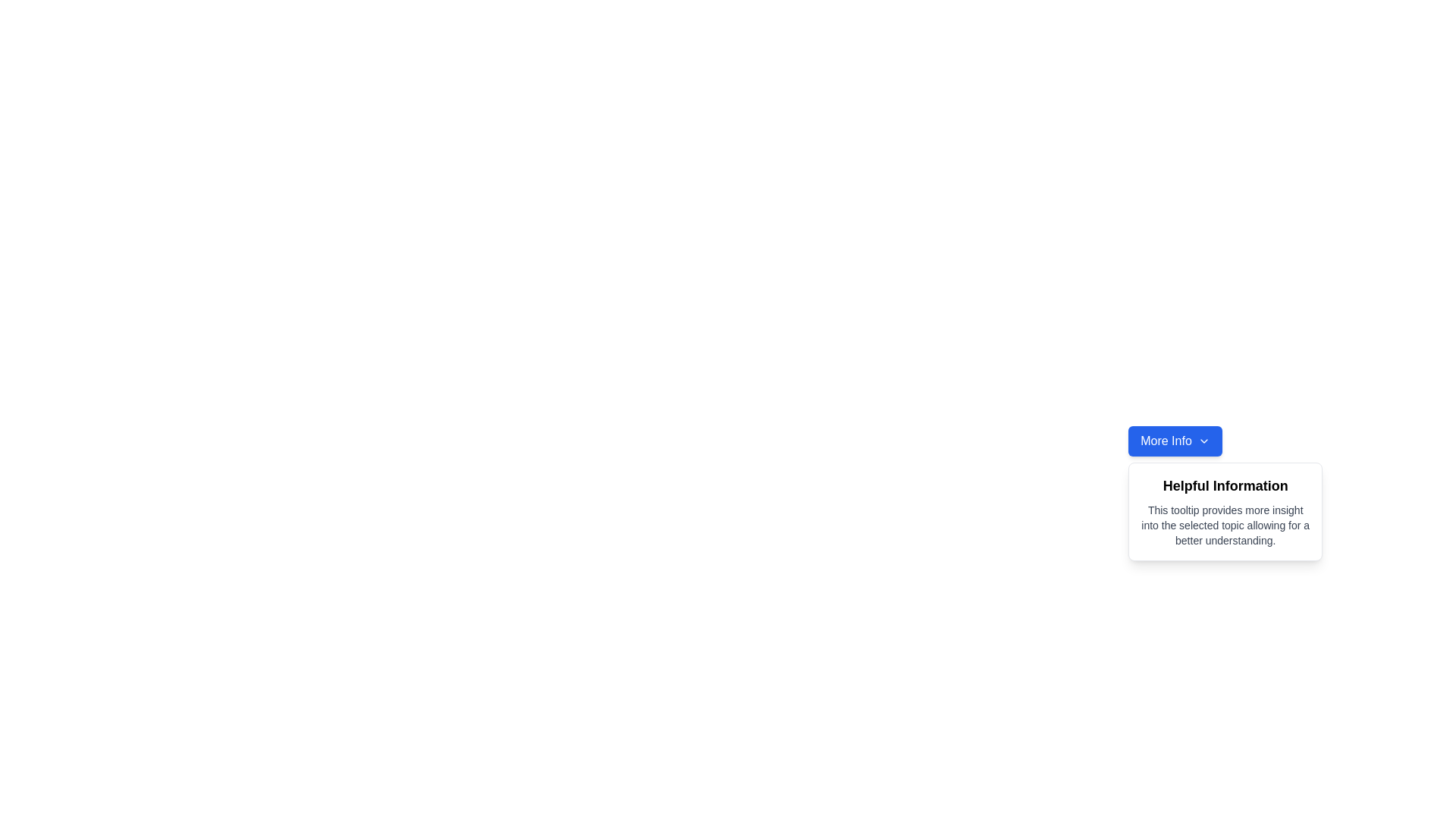 Image resolution: width=1456 pixels, height=819 pixels. I want to click on the tooltip with a white background and rounded corners located below the 'More Info' button, so click(1175, 537).